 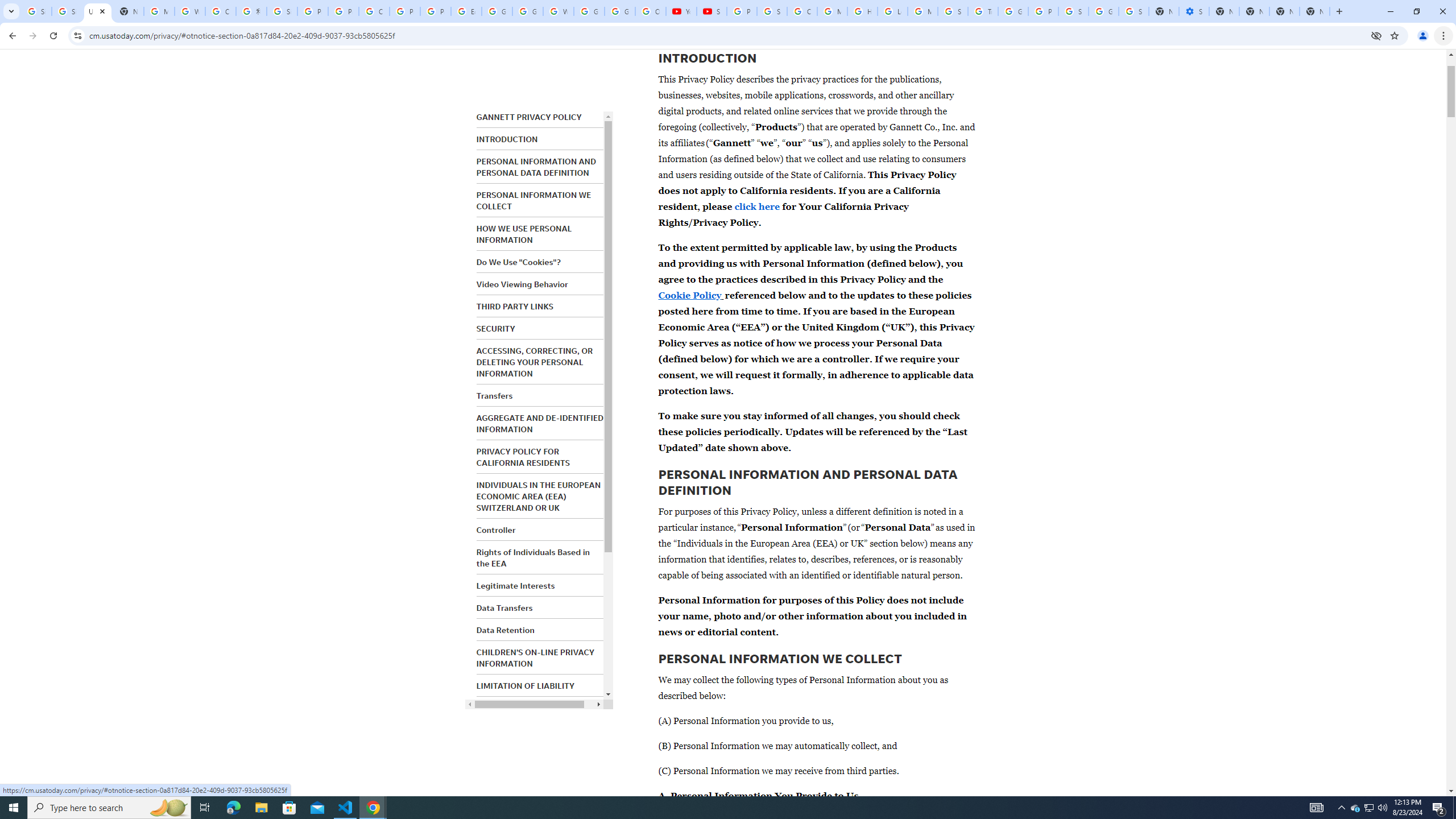 I want to click on 'Google Account', so click(x=619, y=11).